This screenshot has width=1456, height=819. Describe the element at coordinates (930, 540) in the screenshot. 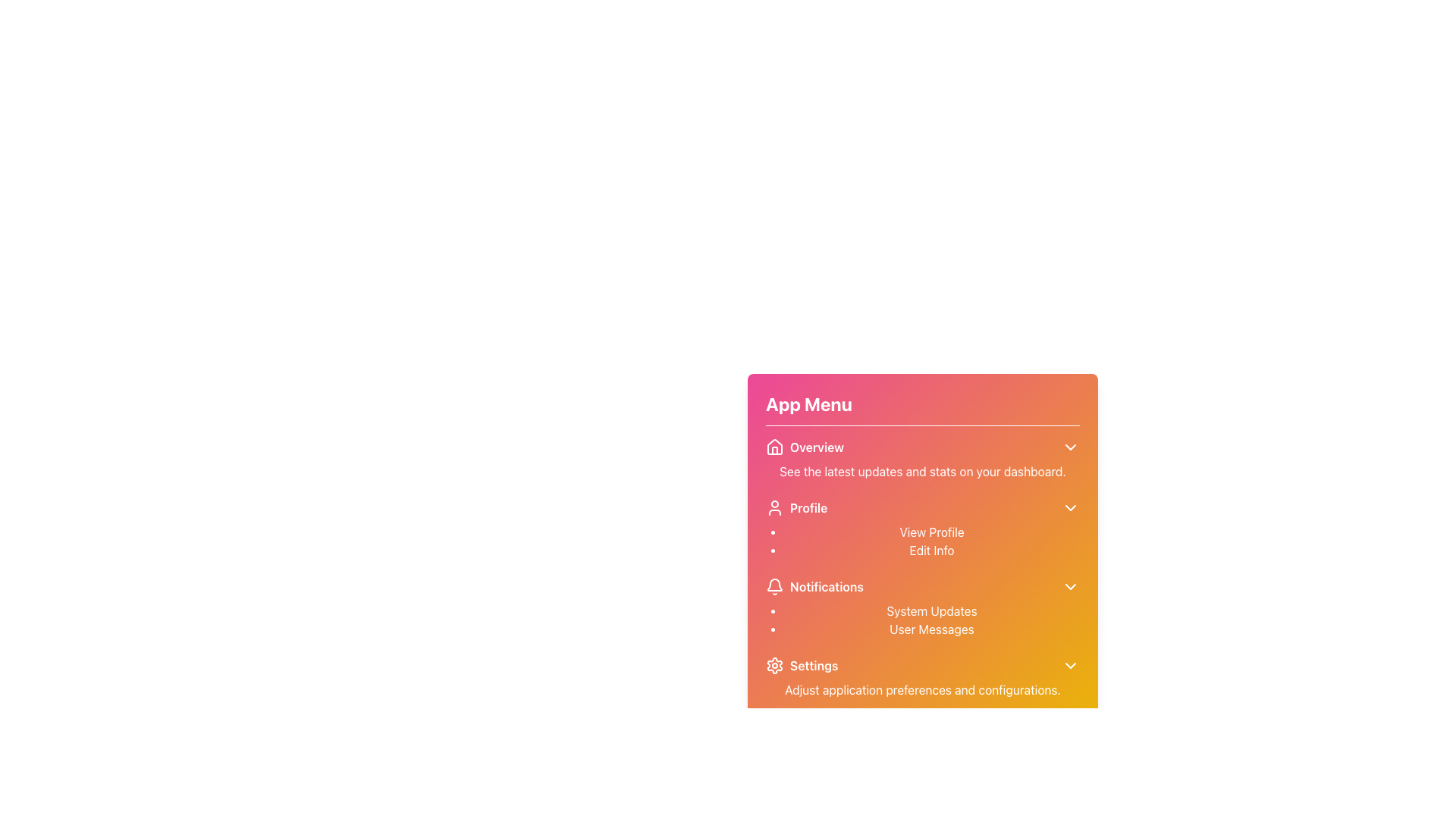

I see `the 'Edit Info' option in the List Item Group under the 'Profile' category in the sidebar menu to modify user information` at that location.